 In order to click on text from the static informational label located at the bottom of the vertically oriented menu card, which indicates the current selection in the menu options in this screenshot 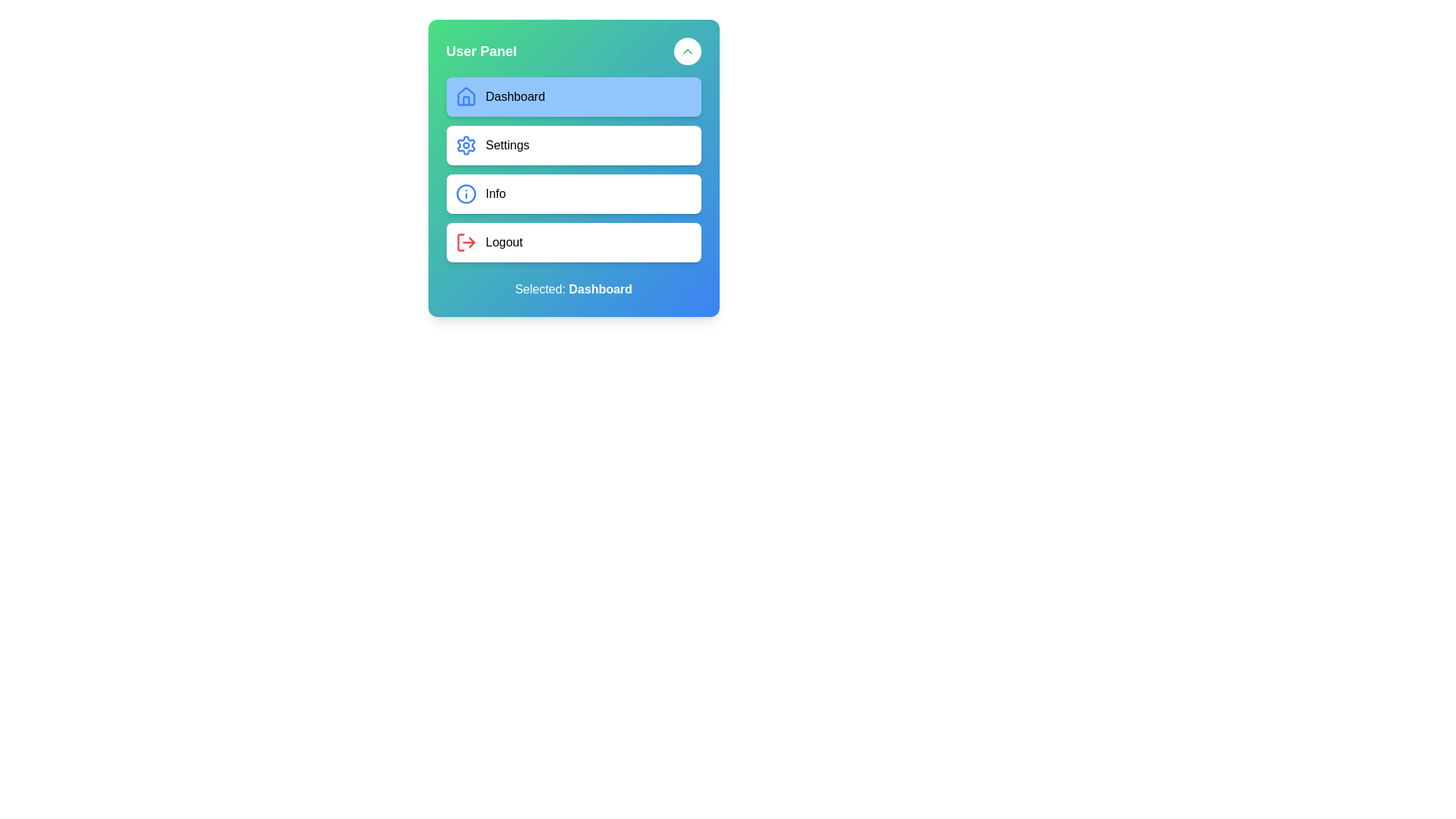, I will do `click(573, 289)`.